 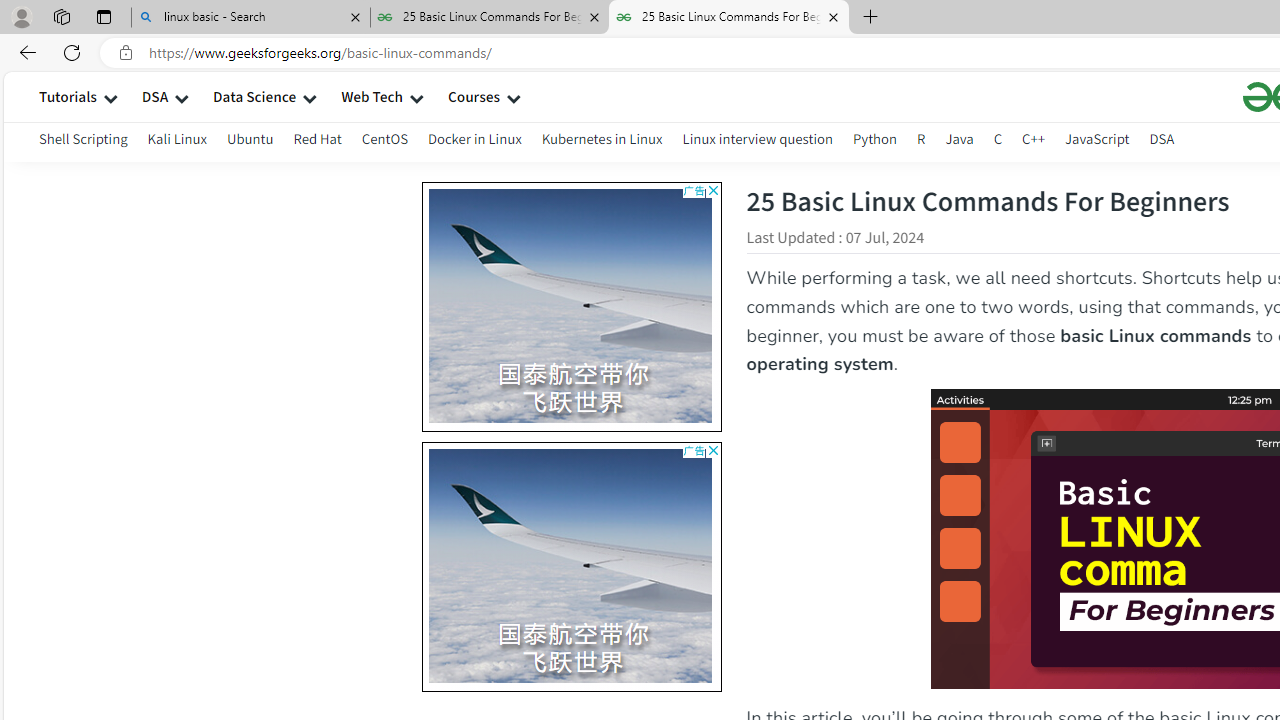 What do you see at coordinates (728, 17) in the screenshot?
I see `'25 Basic Linux Commands For Beginners - GeeksforGeeks'` at bounding box center [728, 17].